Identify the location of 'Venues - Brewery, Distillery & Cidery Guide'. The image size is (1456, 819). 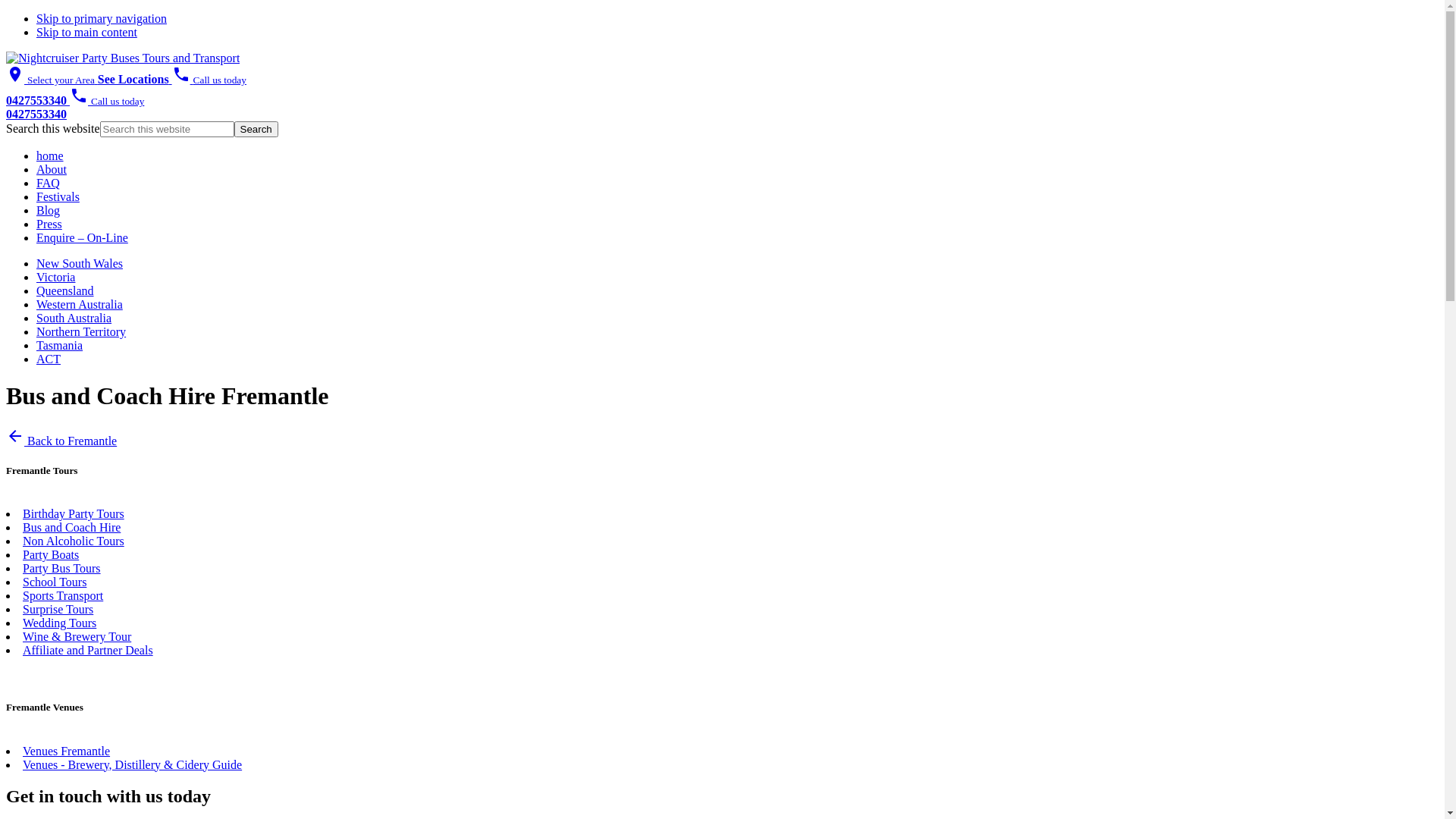
(132, 764).